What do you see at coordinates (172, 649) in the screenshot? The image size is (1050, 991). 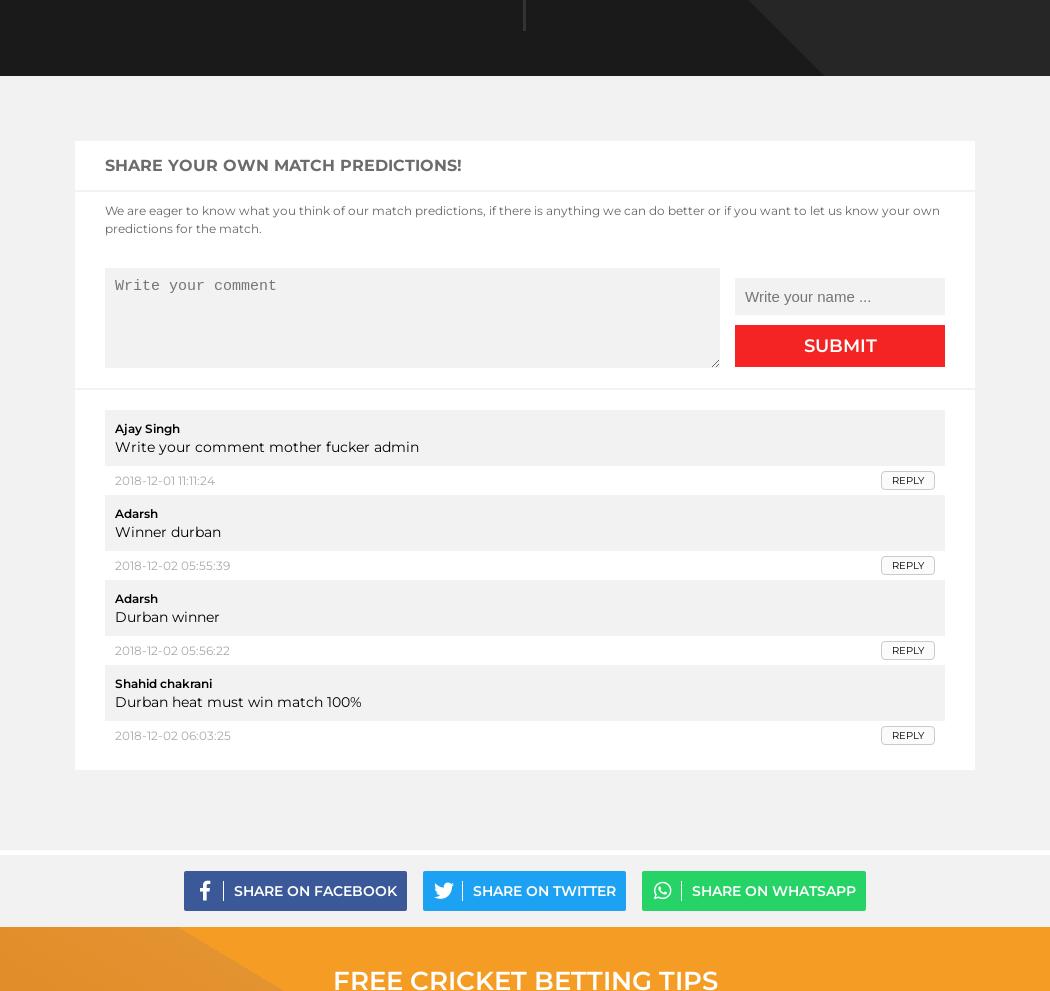 I see `'2018-12-02 05:56:22'` at bounding box center [172, 649].